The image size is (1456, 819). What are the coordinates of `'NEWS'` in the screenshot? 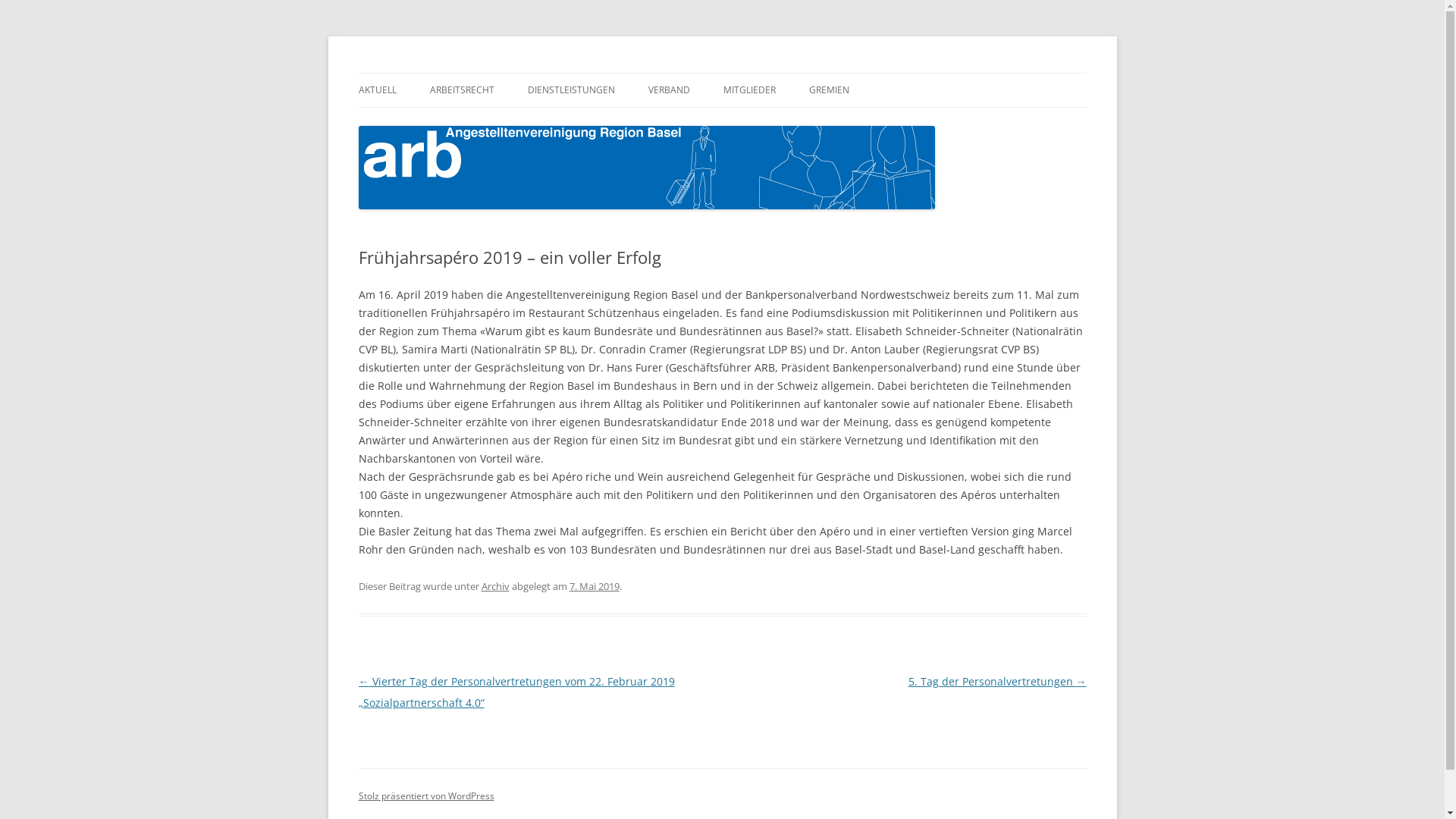 It's located at (432, 121).